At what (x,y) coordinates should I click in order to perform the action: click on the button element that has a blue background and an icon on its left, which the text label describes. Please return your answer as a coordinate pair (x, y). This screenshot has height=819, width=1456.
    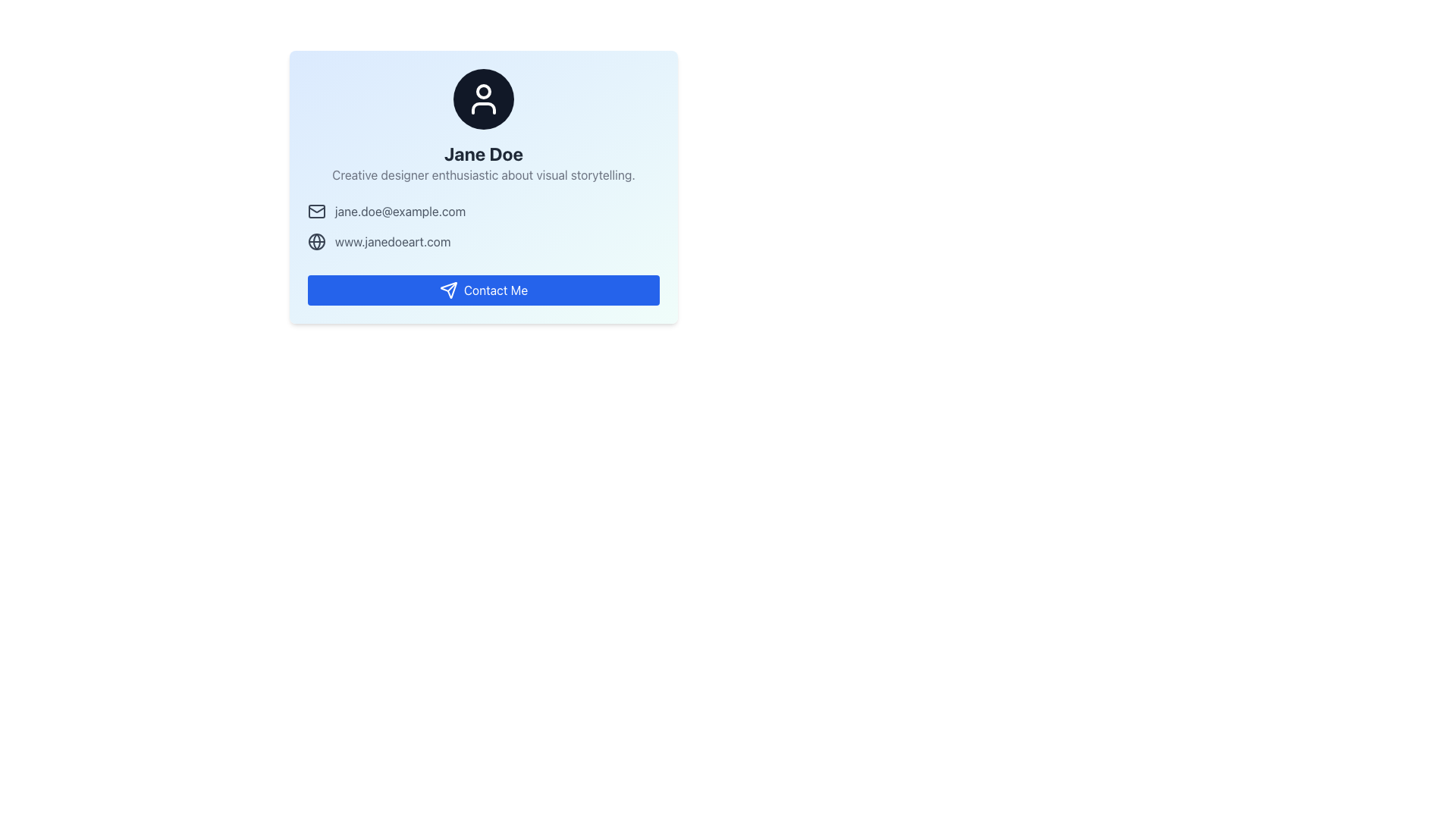
    Looking at the image, I should click on (495, 290).